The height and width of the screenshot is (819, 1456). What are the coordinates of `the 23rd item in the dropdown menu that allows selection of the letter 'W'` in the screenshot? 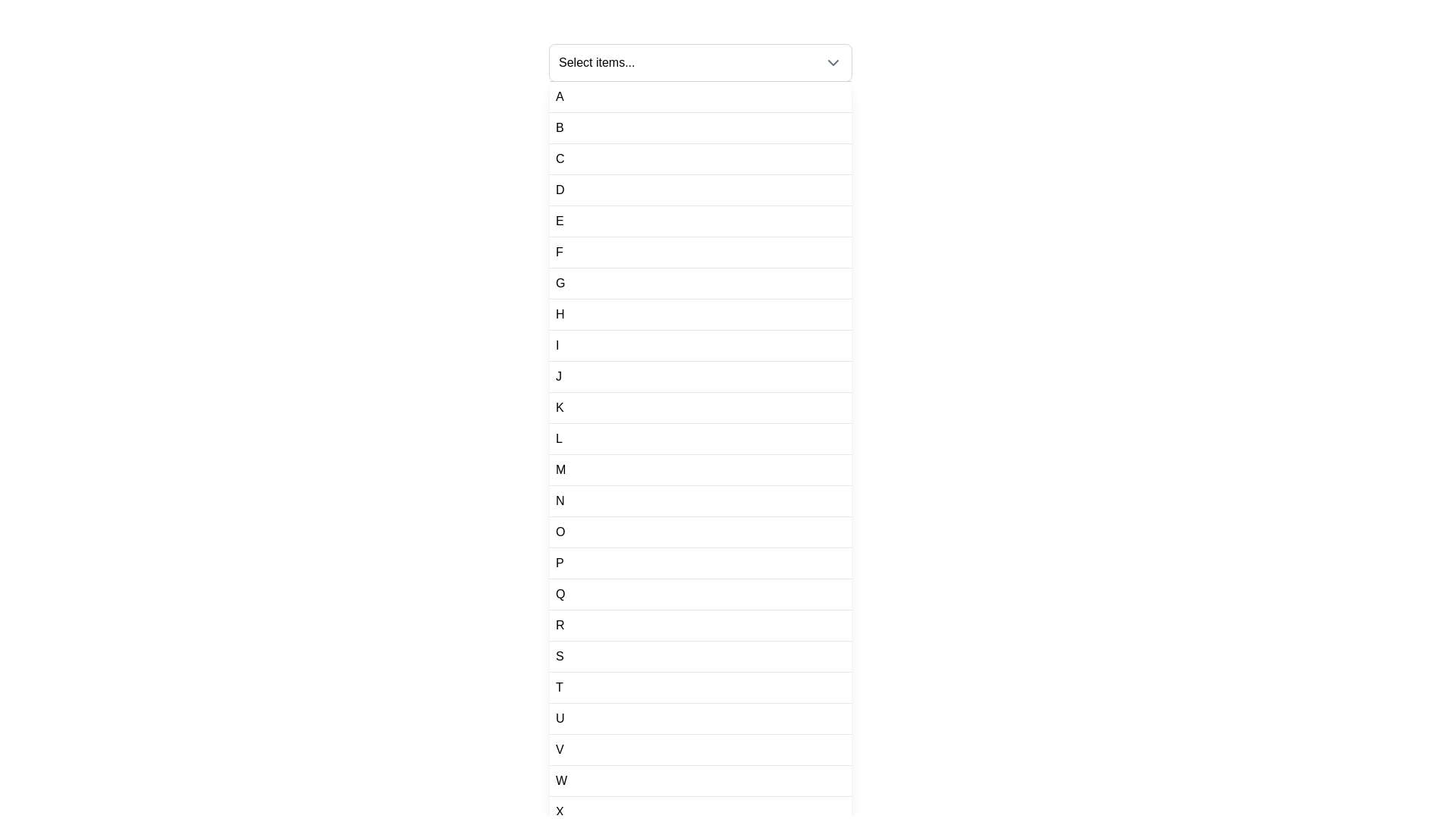 It's located at (700, 780).